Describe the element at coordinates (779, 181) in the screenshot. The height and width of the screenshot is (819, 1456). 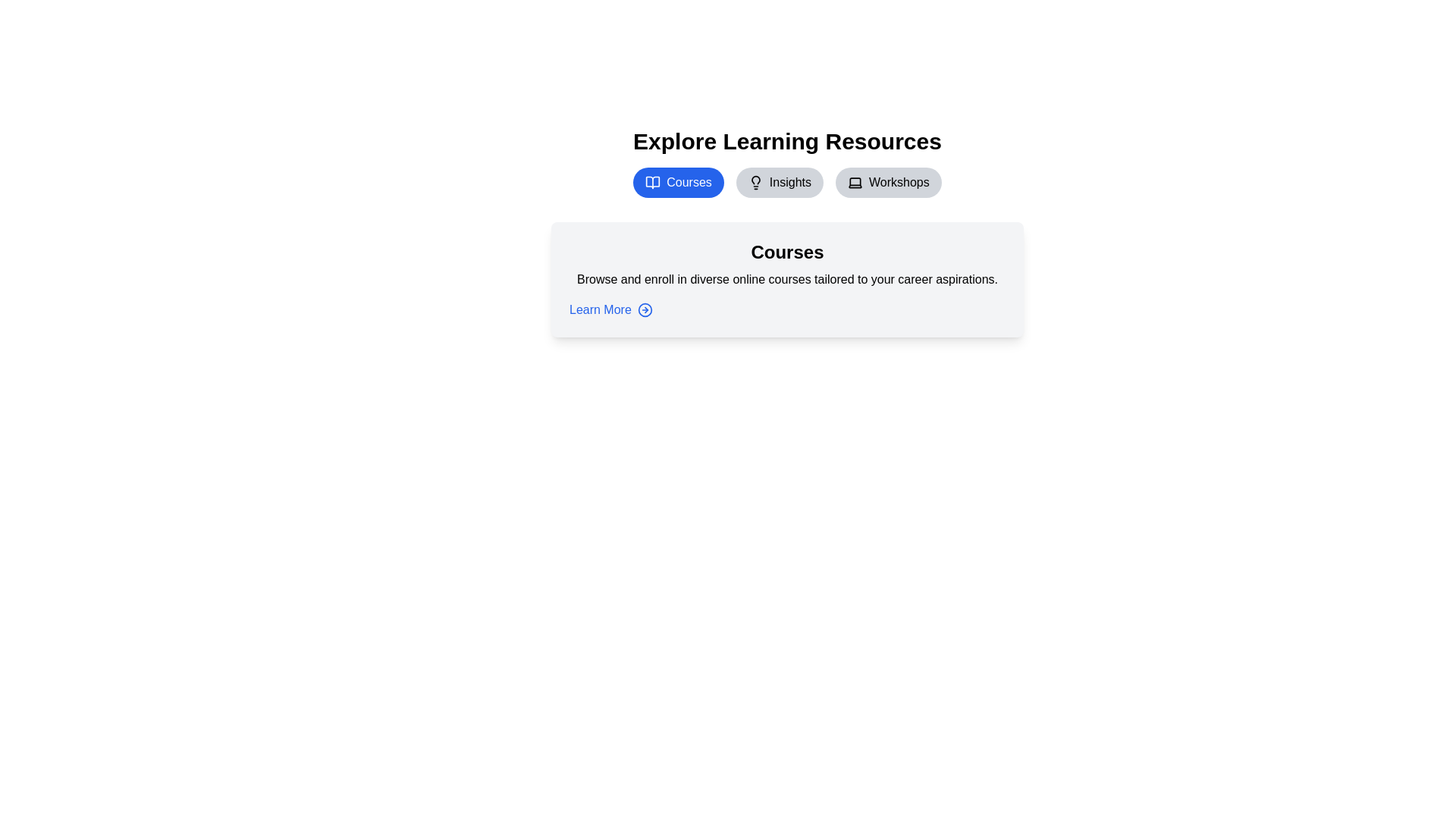
I see `the Insights tab` at that location.